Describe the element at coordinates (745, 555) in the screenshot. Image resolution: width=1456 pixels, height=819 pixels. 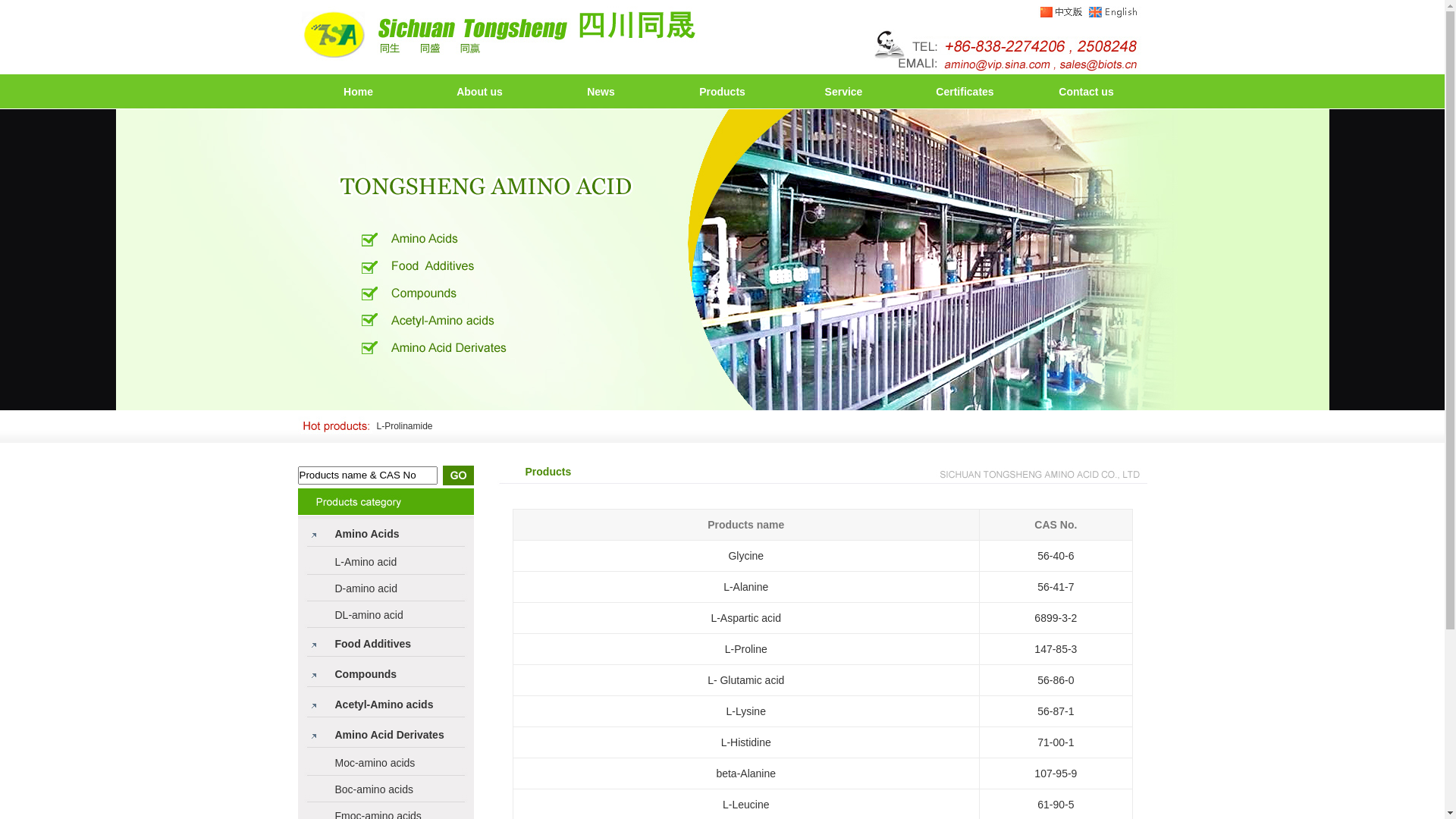
I see `'Glycine'` at that location.